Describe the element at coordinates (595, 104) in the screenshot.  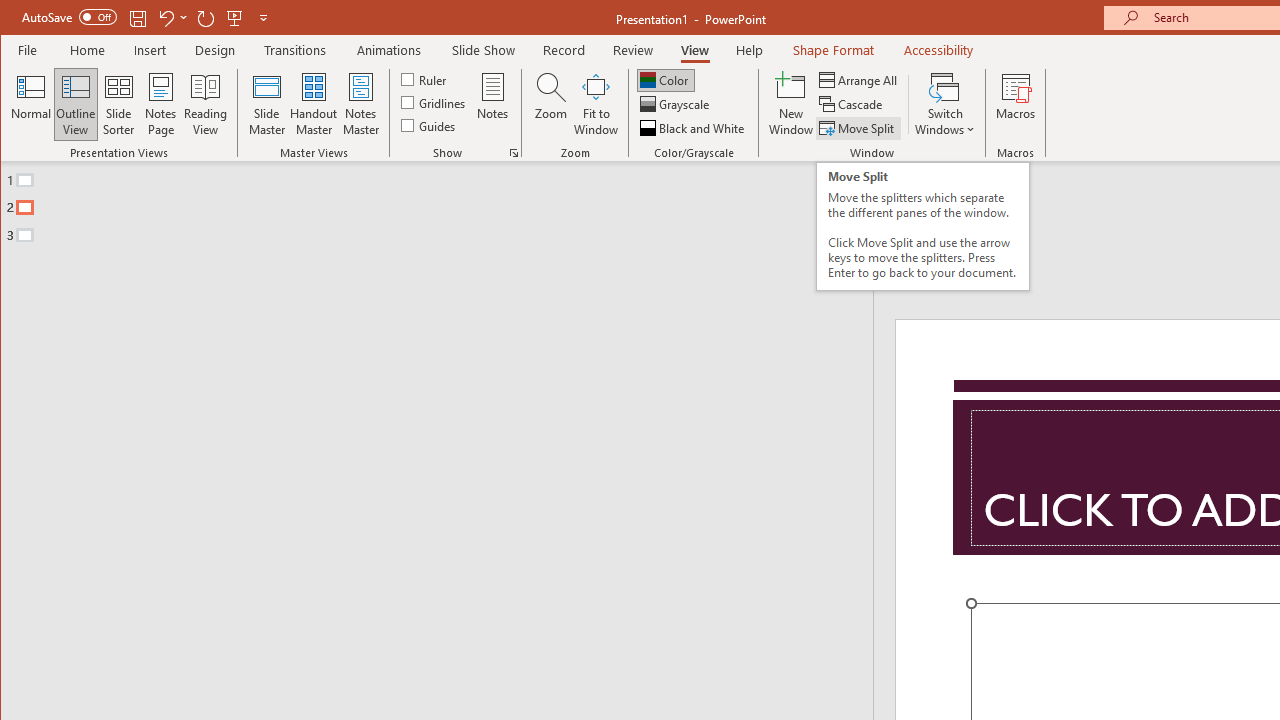
I see `'Fit to Window'` at that location.